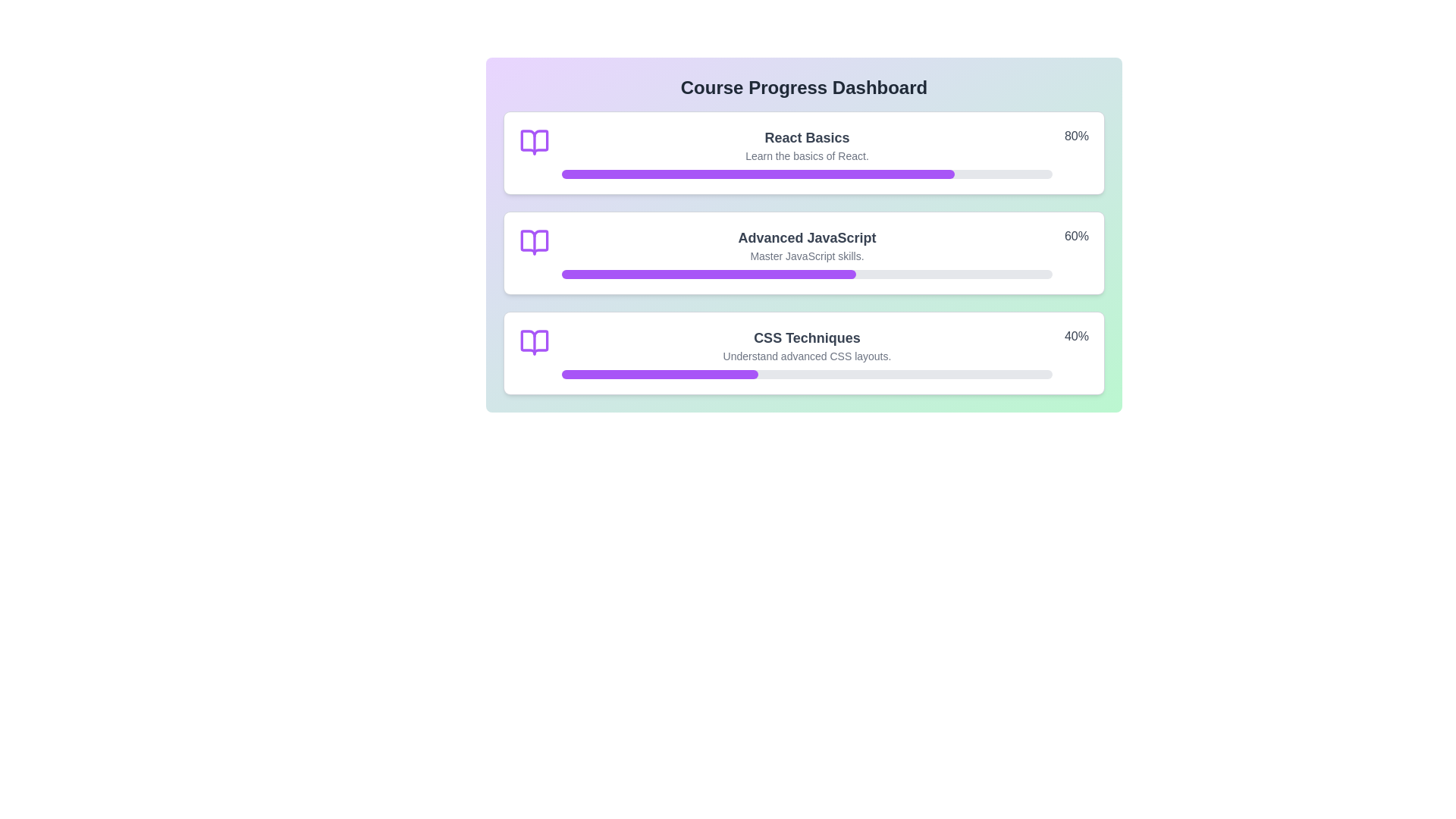  Describe the element at coordinates (806, 155) in the screenshot. I see `the descriptive subtitle element located below the 'React Basics' title in the first card of the course progress dashboard` at that location.